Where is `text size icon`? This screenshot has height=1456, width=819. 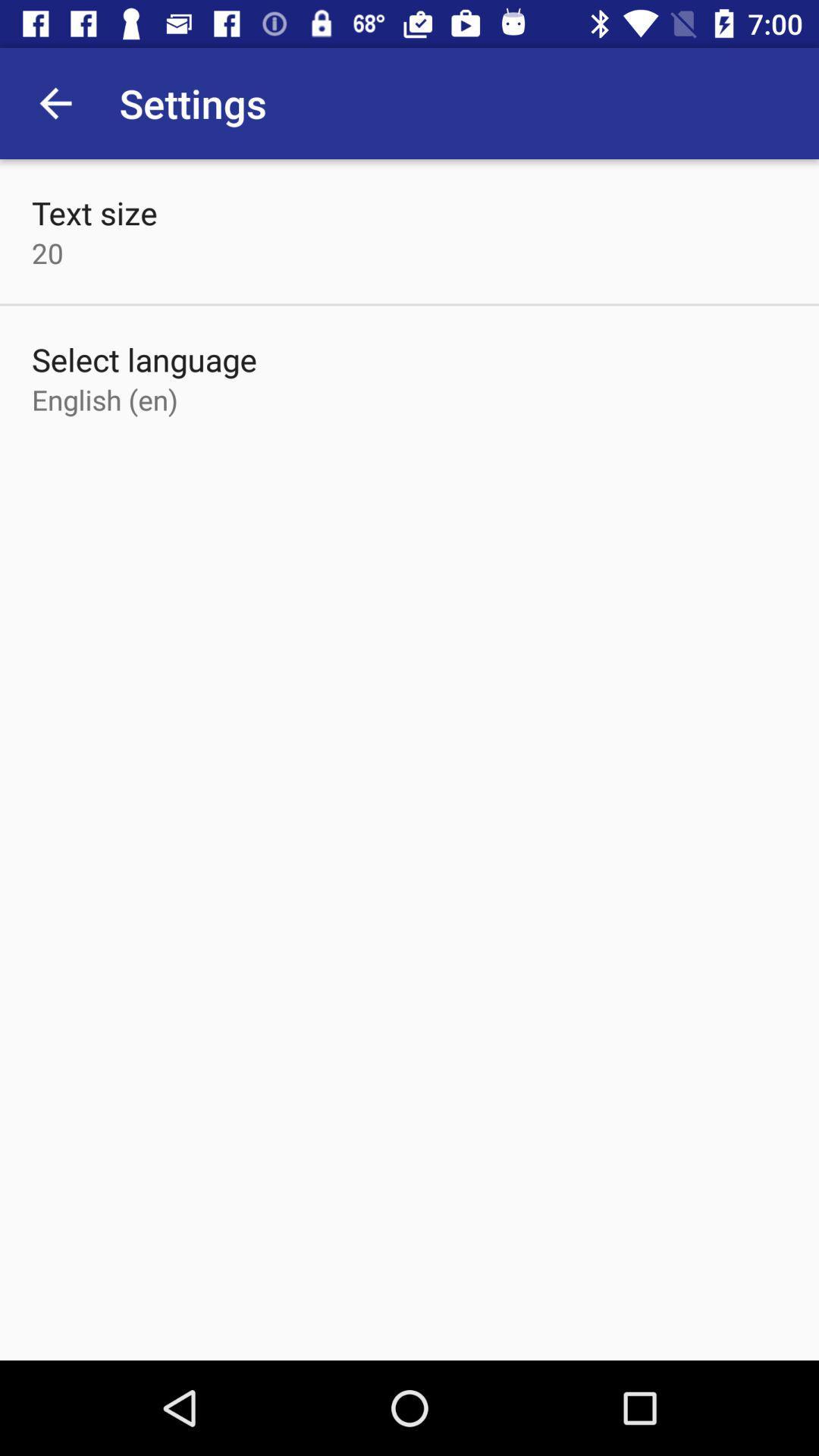 text size icon is located at coordinates (94, 212).